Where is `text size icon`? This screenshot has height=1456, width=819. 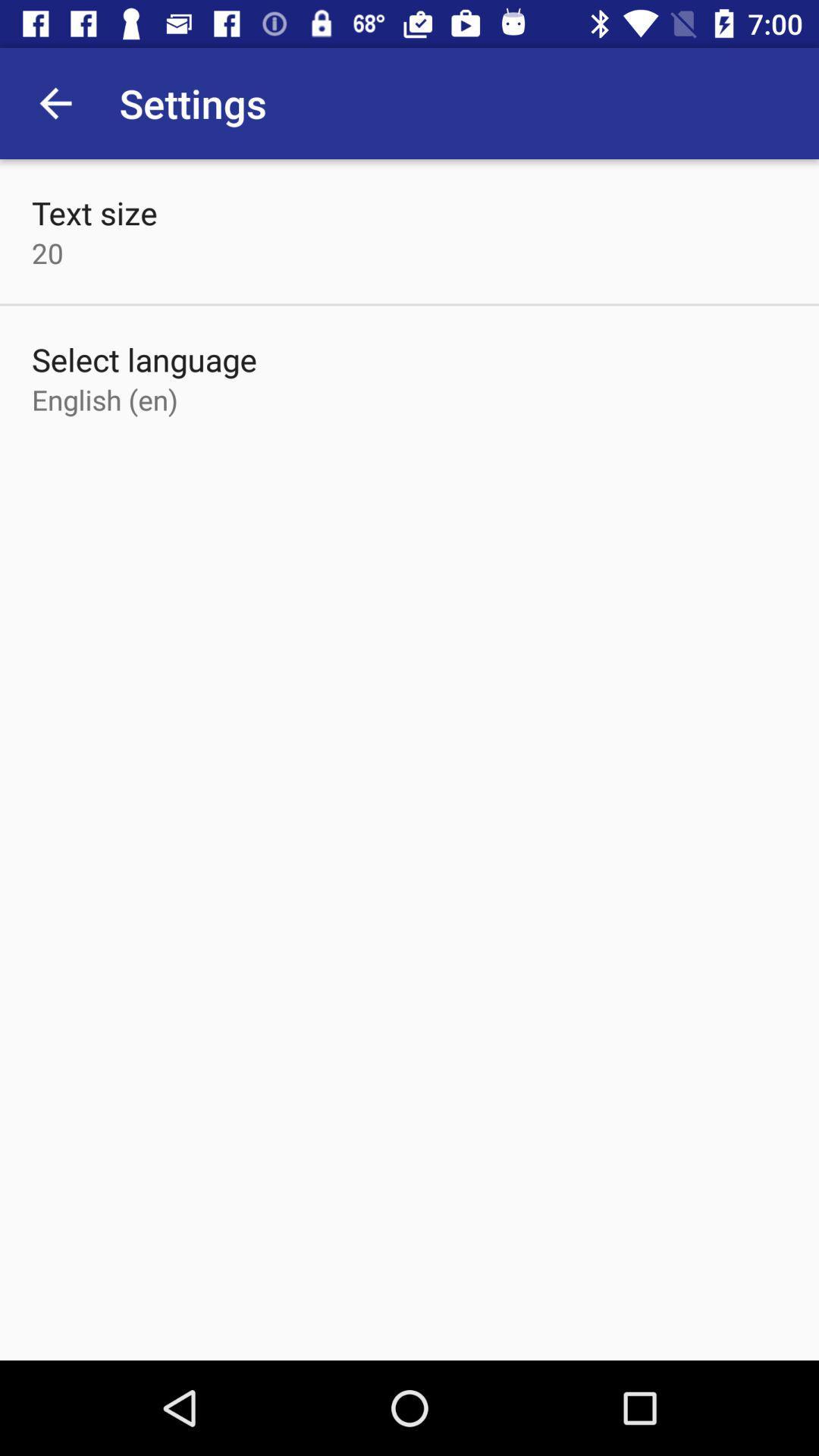 text size icon is located at coordinates (94, 212).